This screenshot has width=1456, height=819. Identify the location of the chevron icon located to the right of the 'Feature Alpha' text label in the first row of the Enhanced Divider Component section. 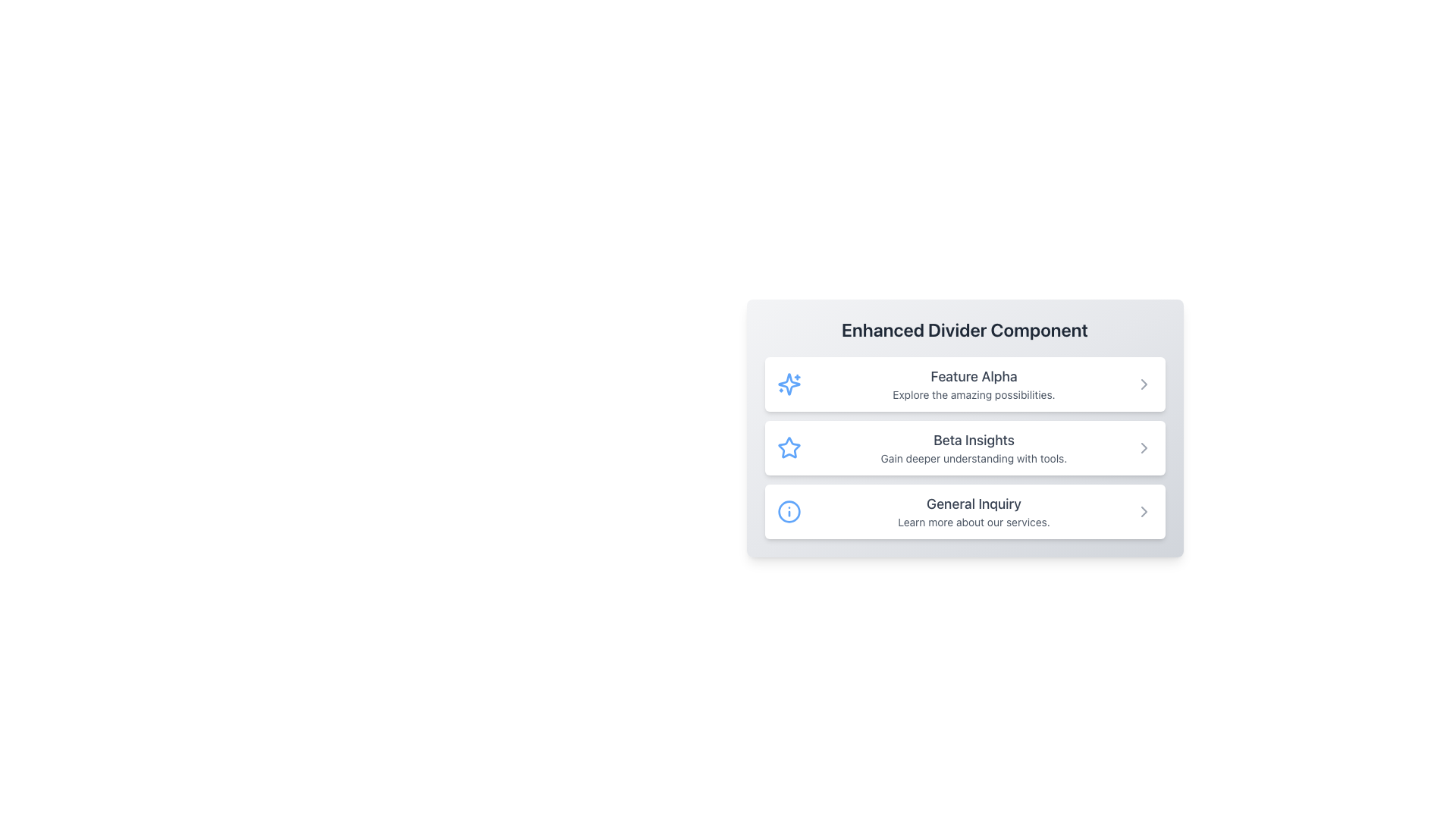
(1144, 383).